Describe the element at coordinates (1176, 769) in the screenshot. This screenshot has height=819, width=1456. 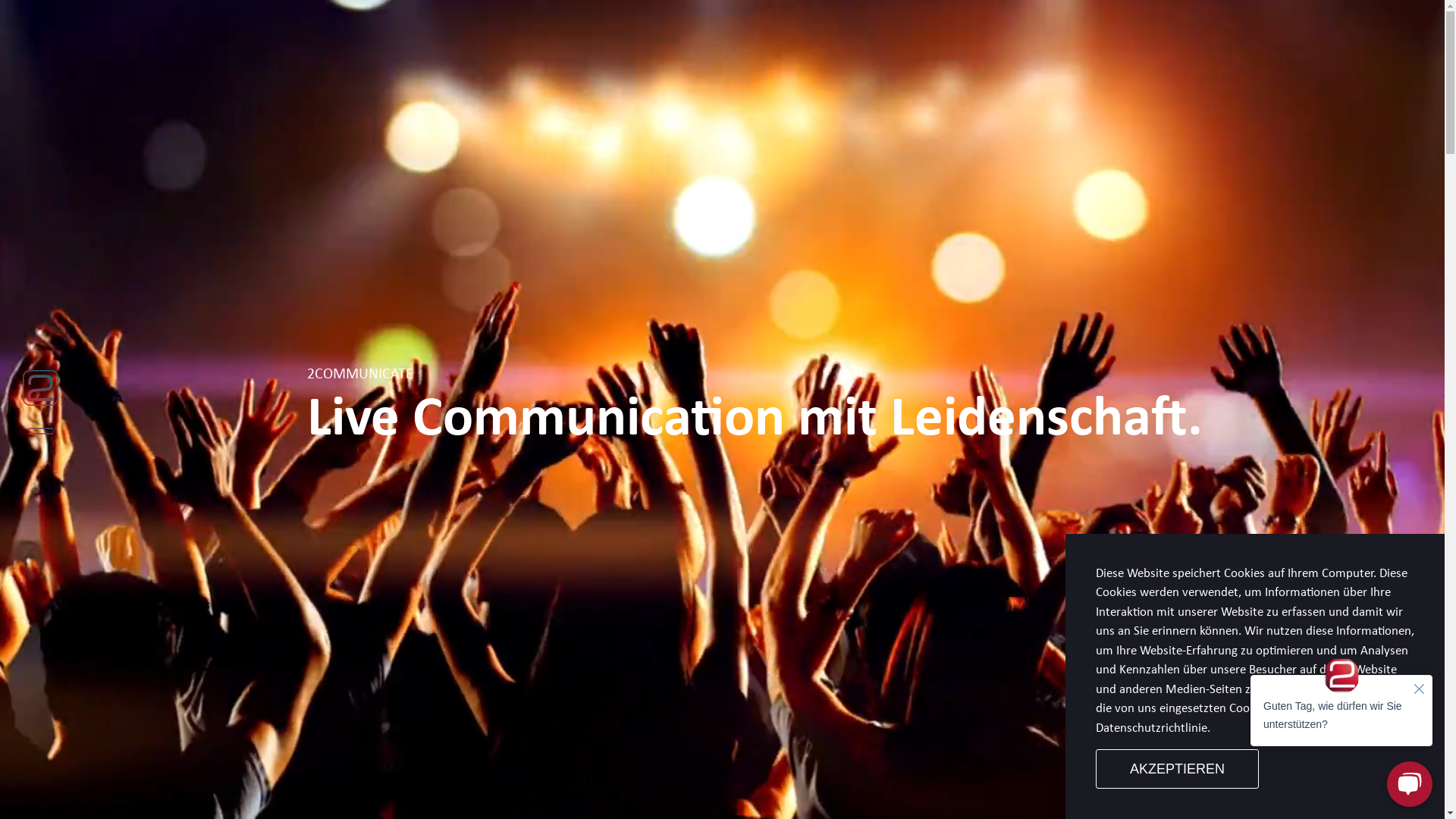
I see `'AKZEPTIEREN'` at that location.